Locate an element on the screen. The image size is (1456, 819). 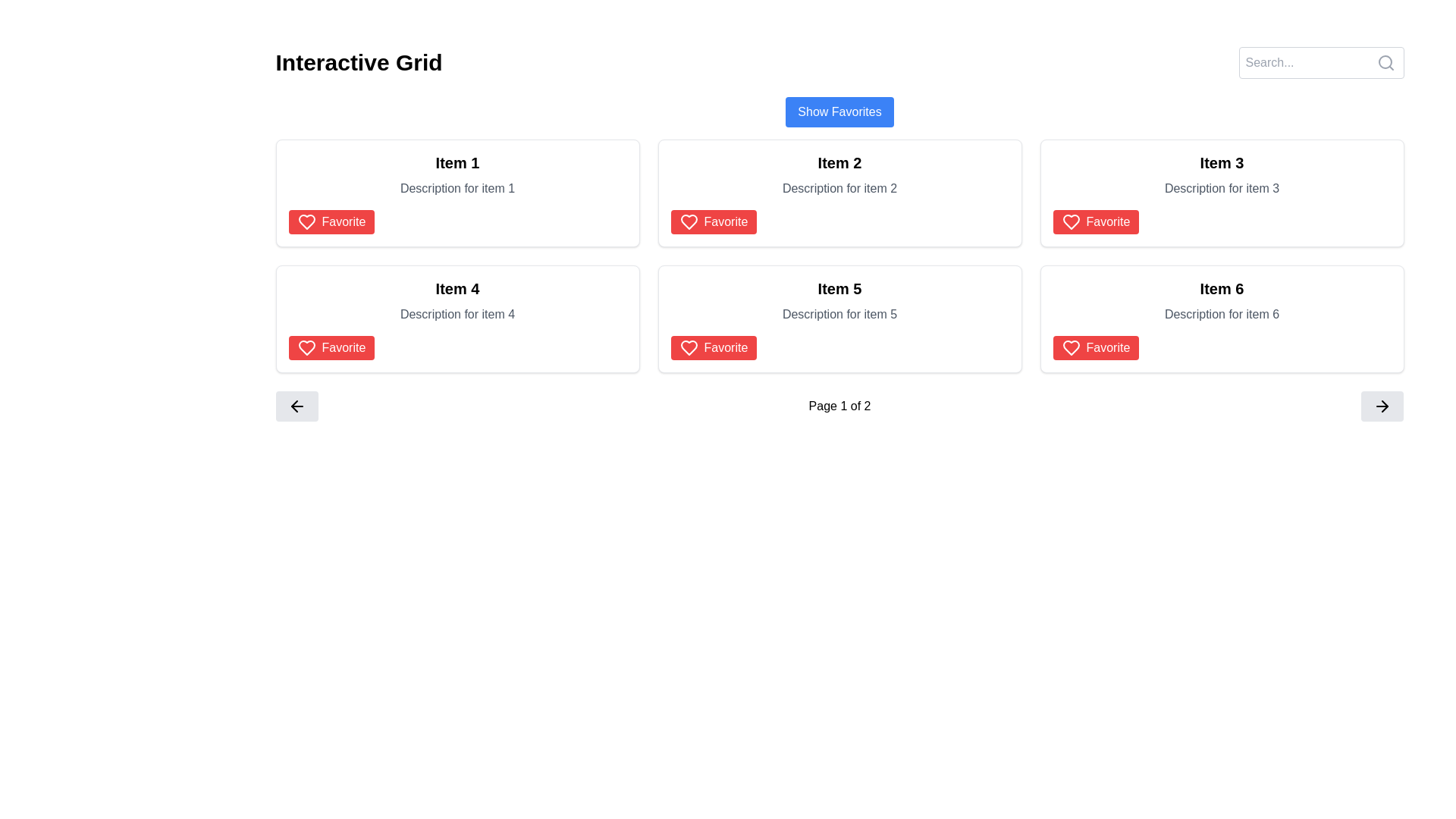
the text label providing additional information for 'Item 4', located in the bottom-left card of the grid, centered below the 'Item 4' heading and above the 'Favorite' button is located at coordinates (457, 314).